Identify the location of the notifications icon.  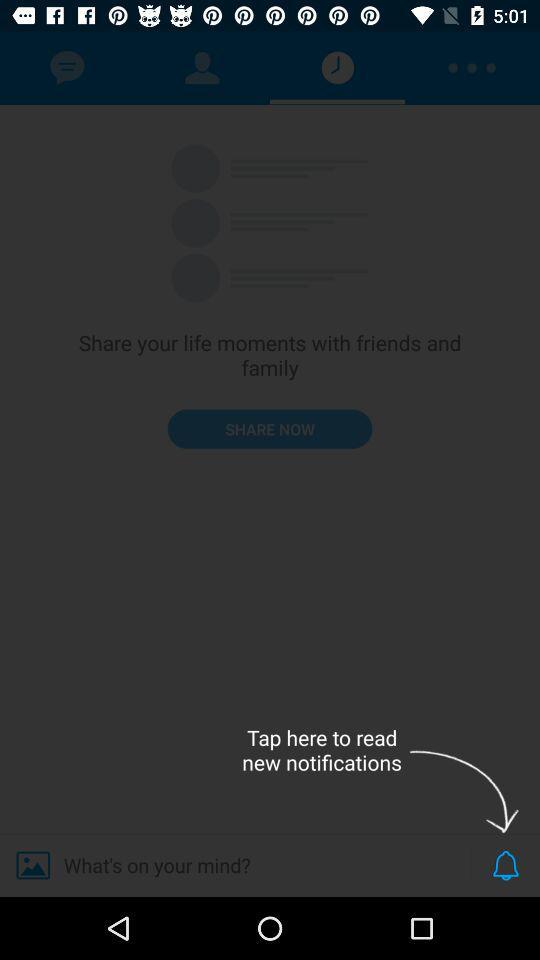
(504, 864).